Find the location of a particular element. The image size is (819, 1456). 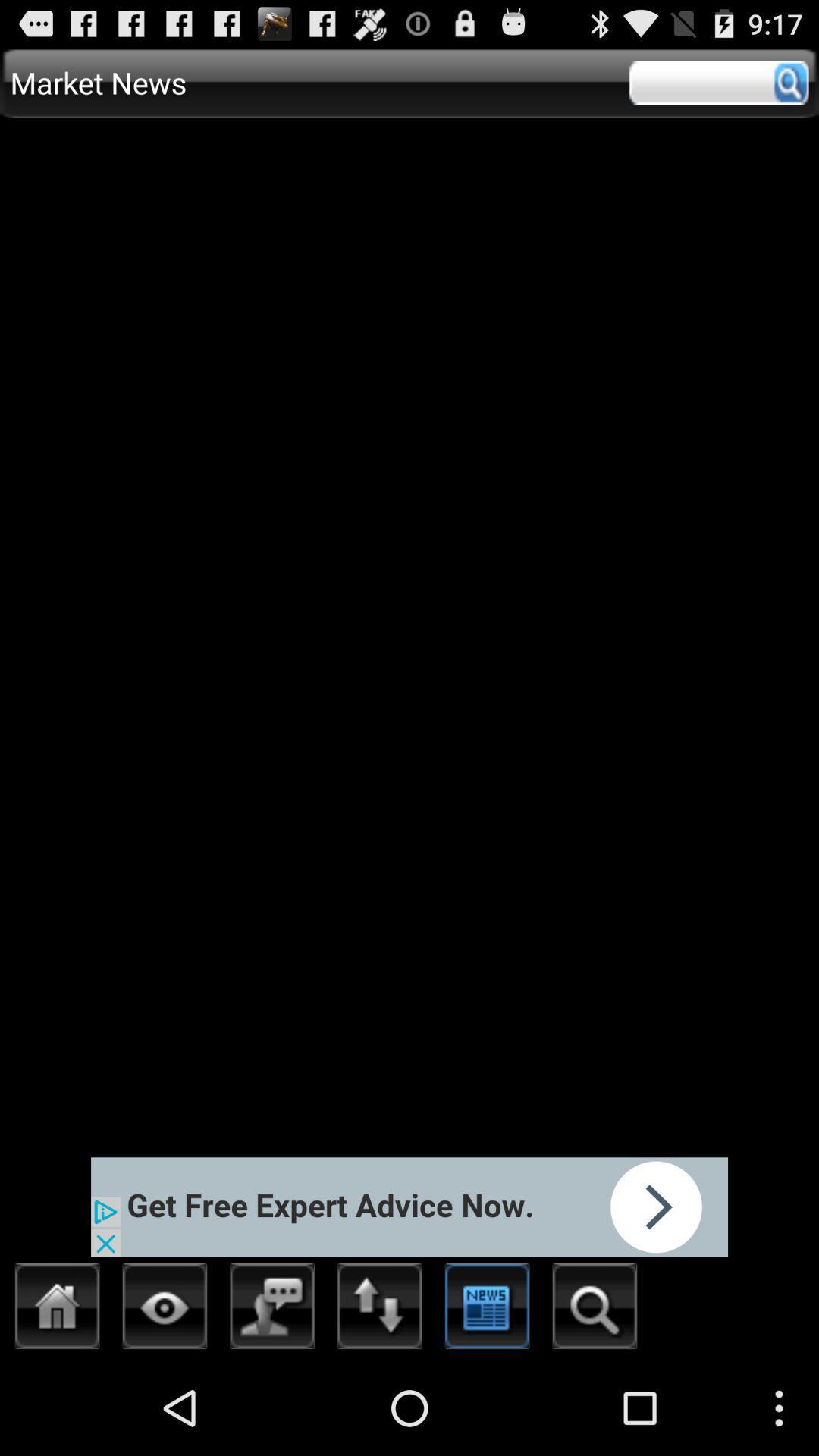

search button is located at coordinates (594, 1310).